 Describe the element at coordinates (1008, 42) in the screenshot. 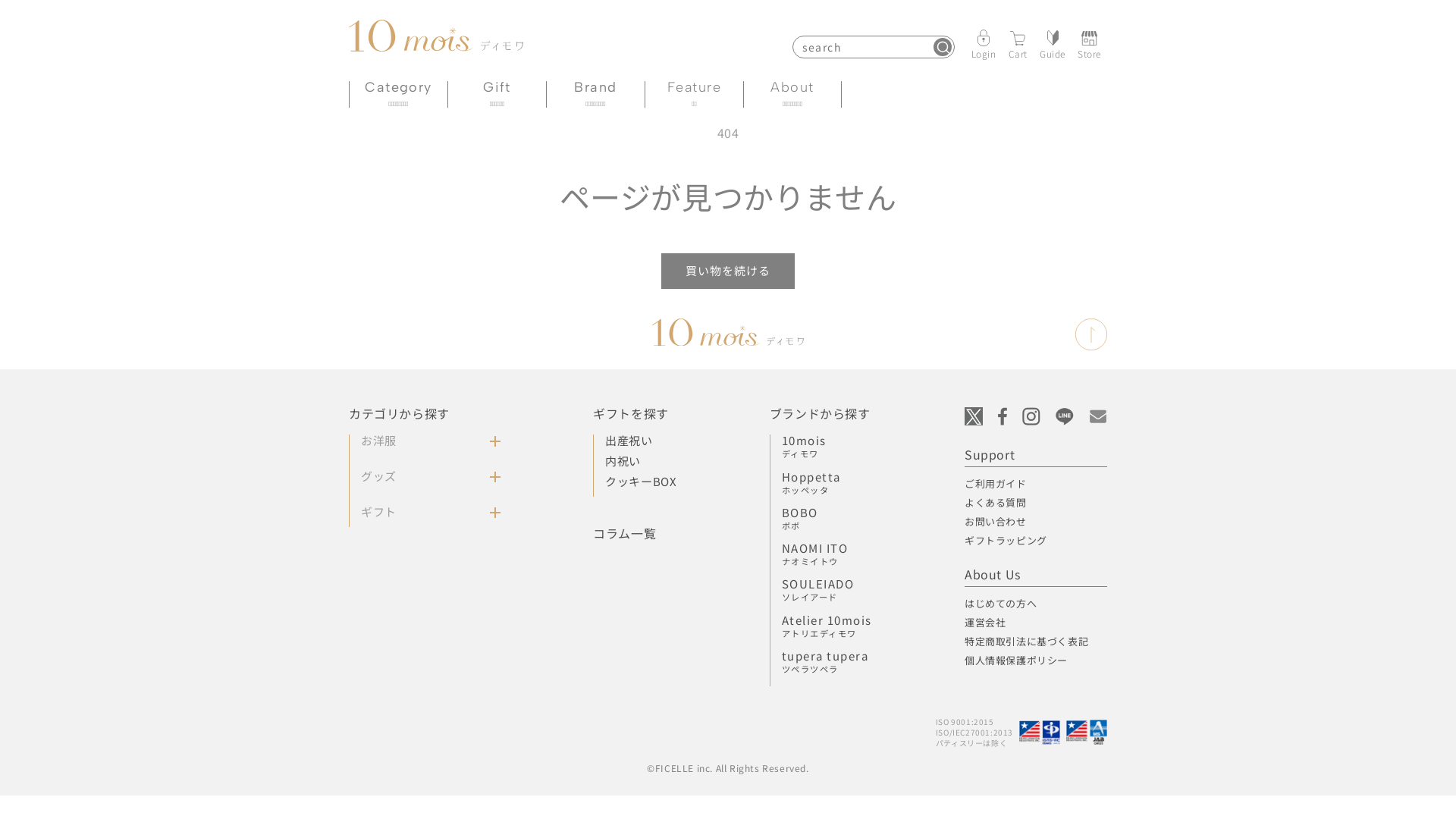

I see `'Cart'` at that location.